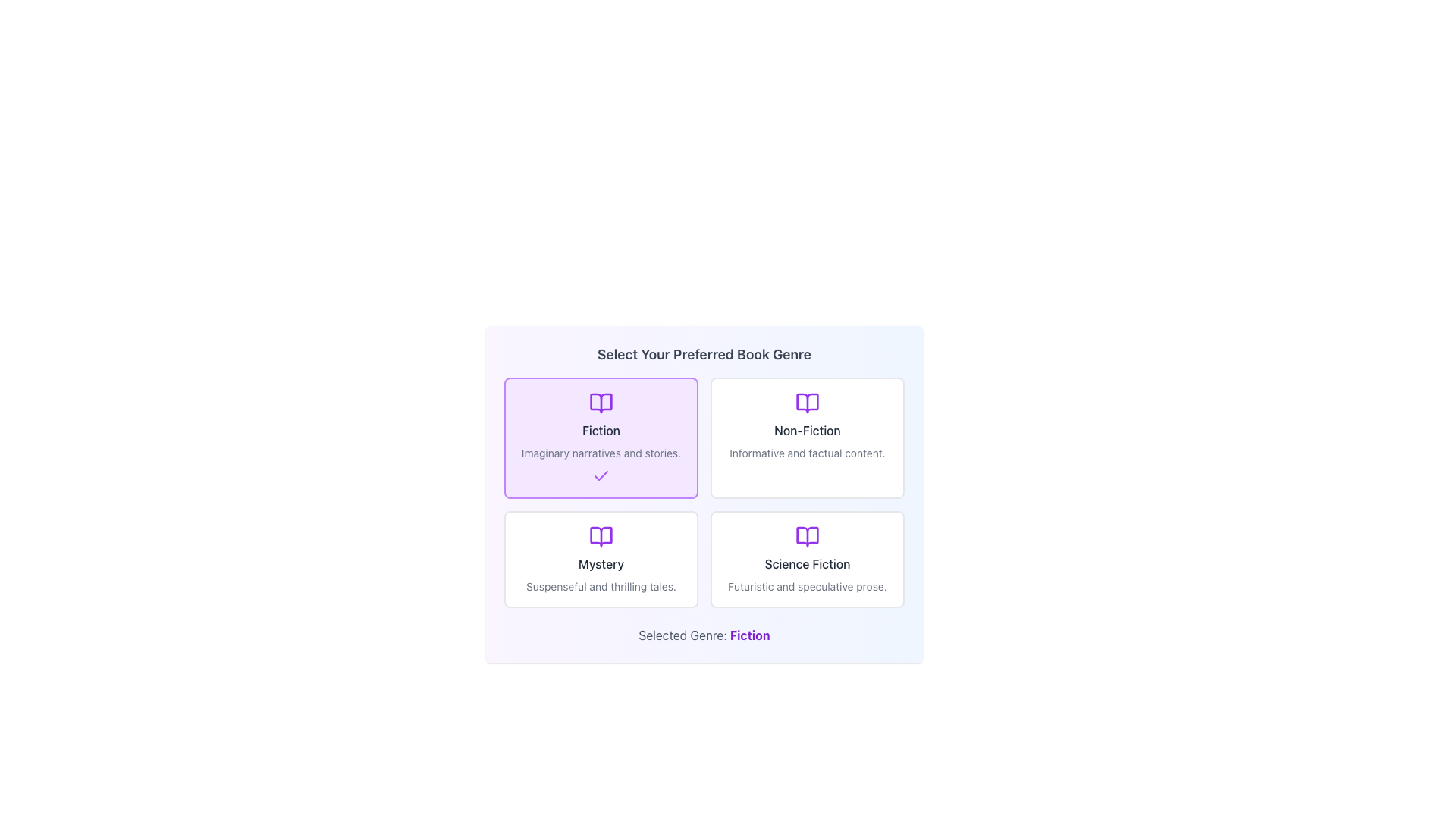 The image size is (1456, 819). I want to click on the checkmark icon indicating the selection of the 'Fiction' book genre to trigger a potential tooltip or visual response, so click(600, 475).